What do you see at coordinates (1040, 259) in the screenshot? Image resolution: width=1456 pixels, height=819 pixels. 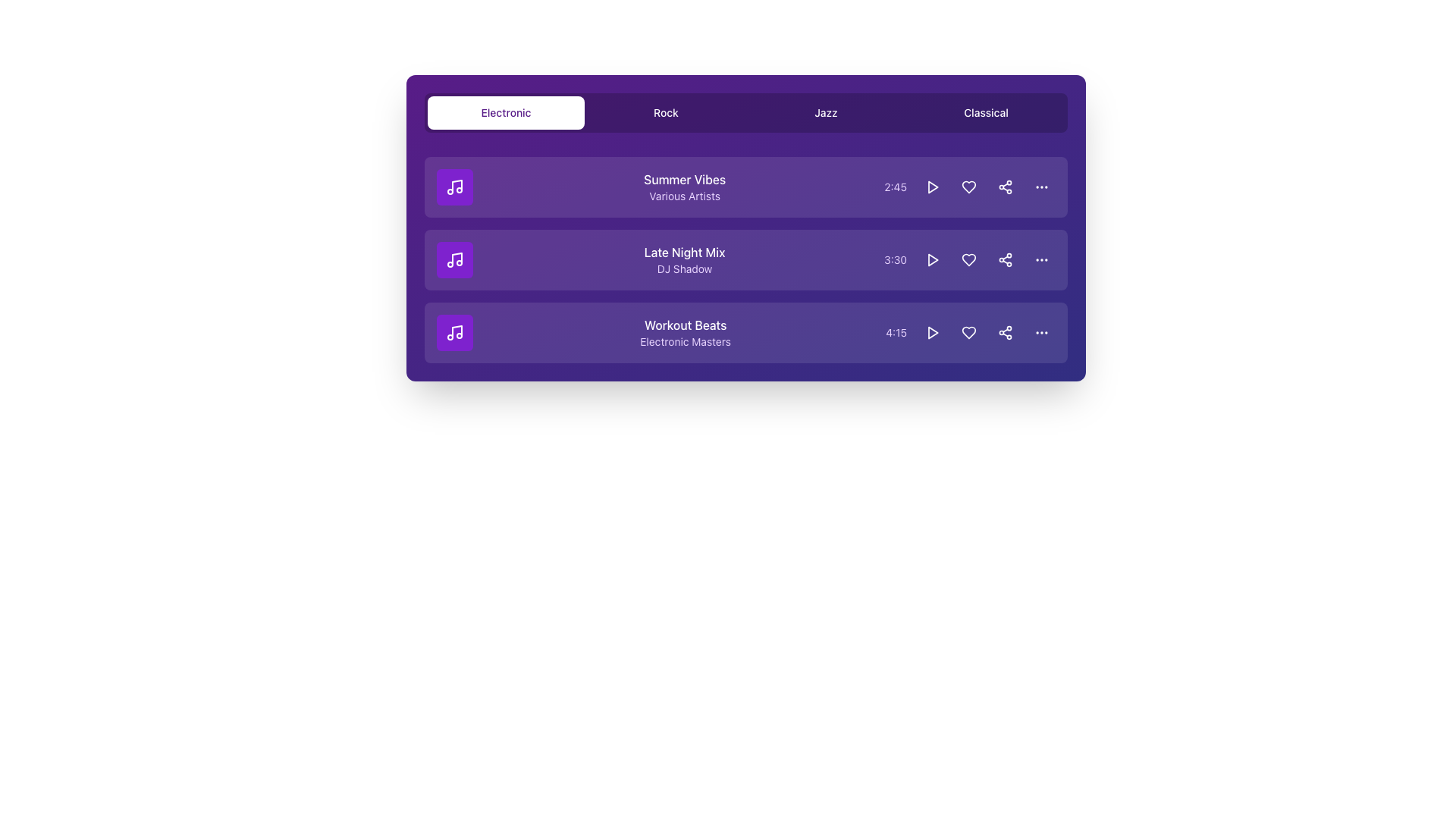 I see `the circular button with three vertically aligned white dots on a dark purple background, the fifth button in the row for 'Late Night Mix'` at bounding box center [1040, 259].